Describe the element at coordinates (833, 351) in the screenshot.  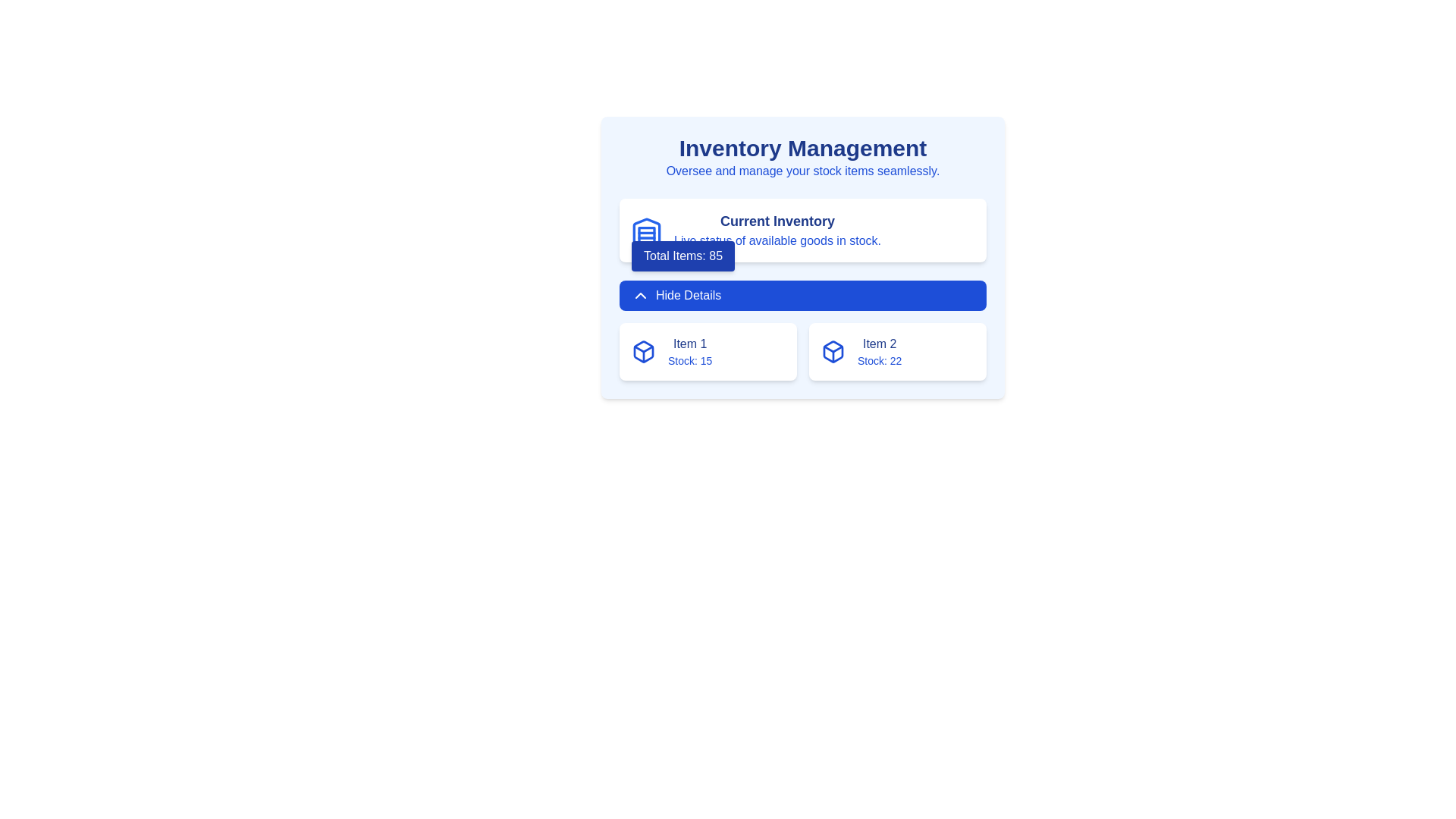
I see `the icon representing 'Item 2' located at the left end of the 'Item 2Stock: 22' card, adjacent to the description text` at that location.